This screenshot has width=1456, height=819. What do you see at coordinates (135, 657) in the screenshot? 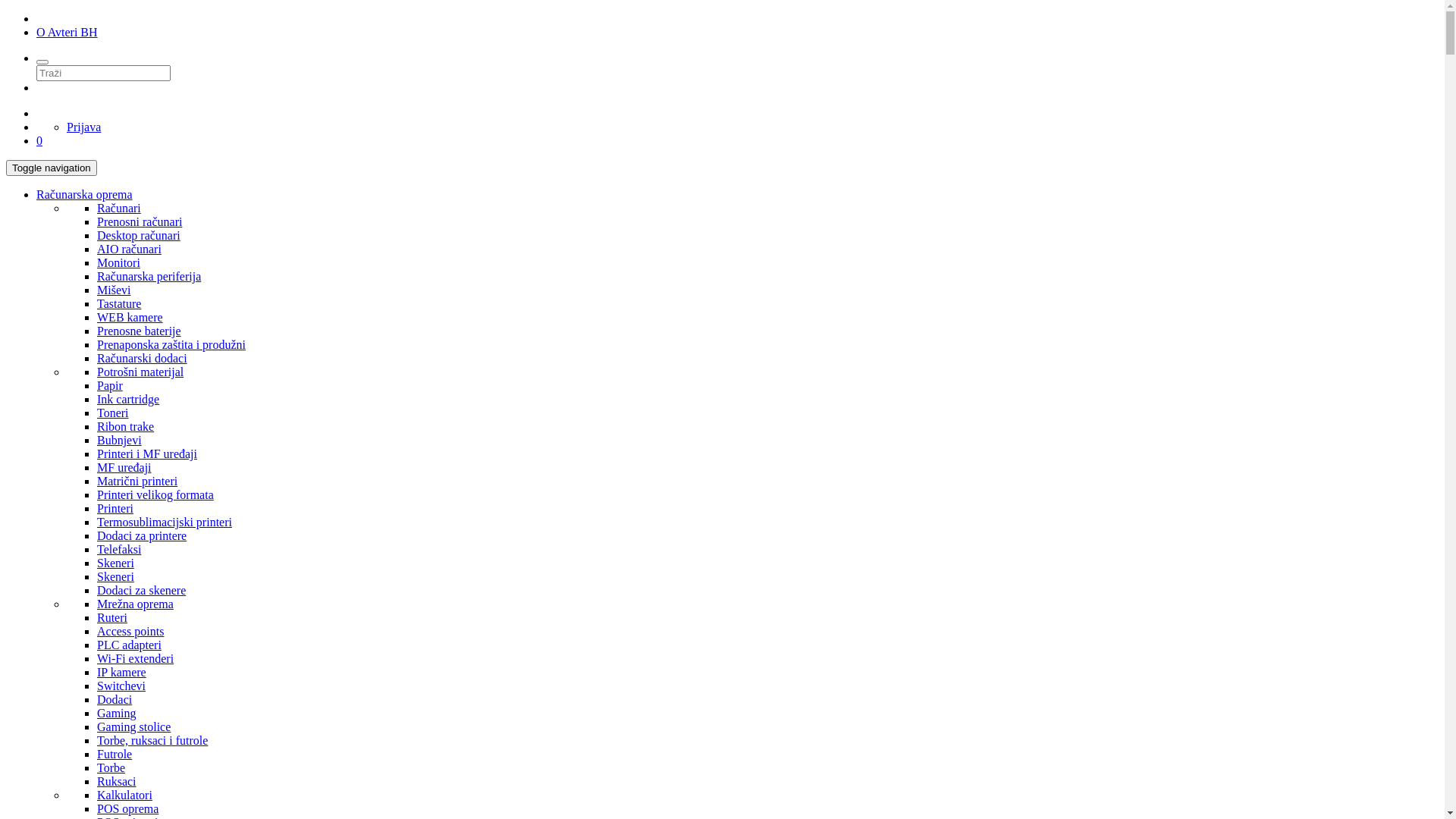
I see `'Wi-Fi extenderi'` at bounding box center [135, 657].